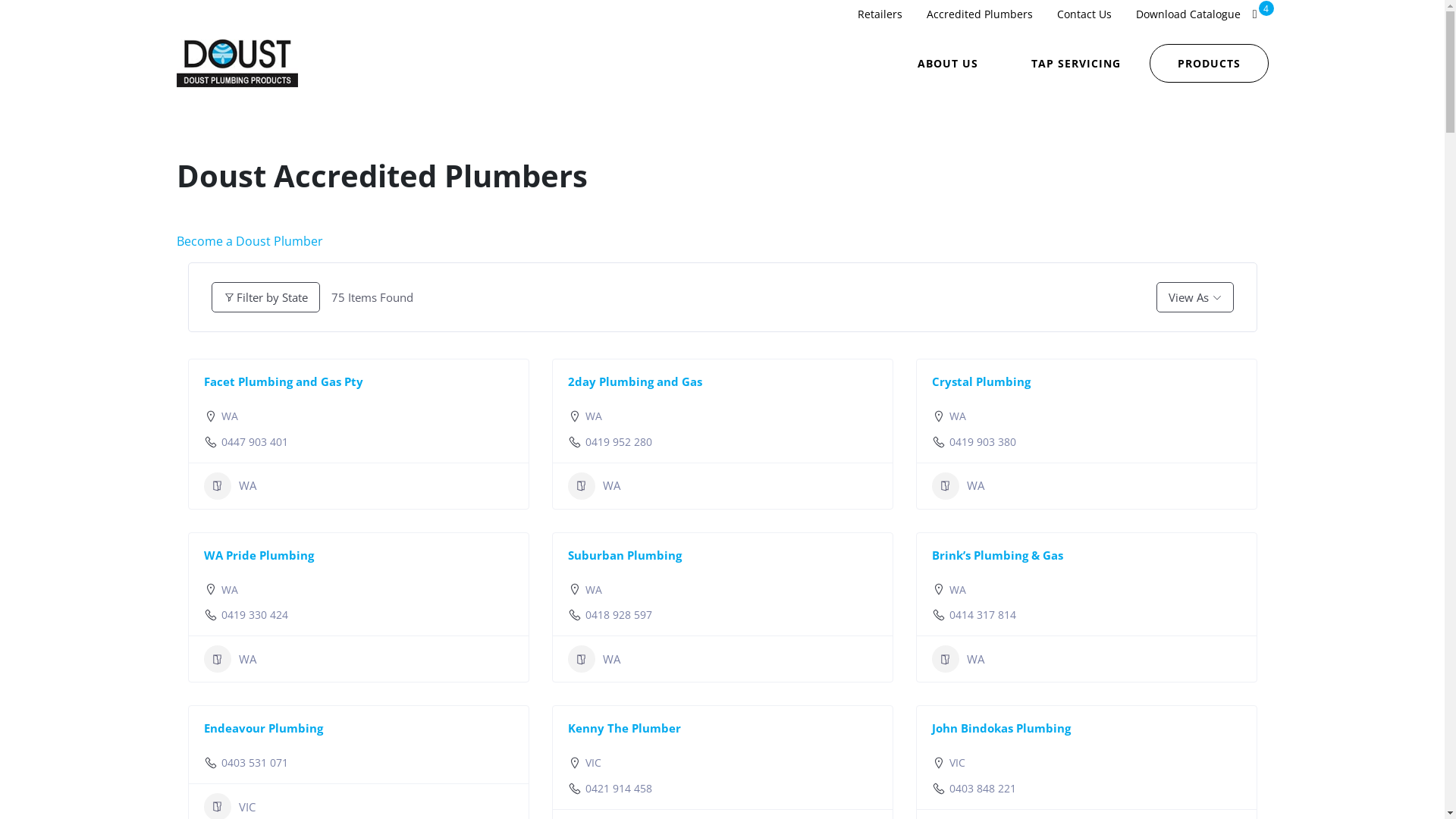 The width and height of the screenshot is (1456, 819). I want to click on '0403 531 071', so click(255, 763).